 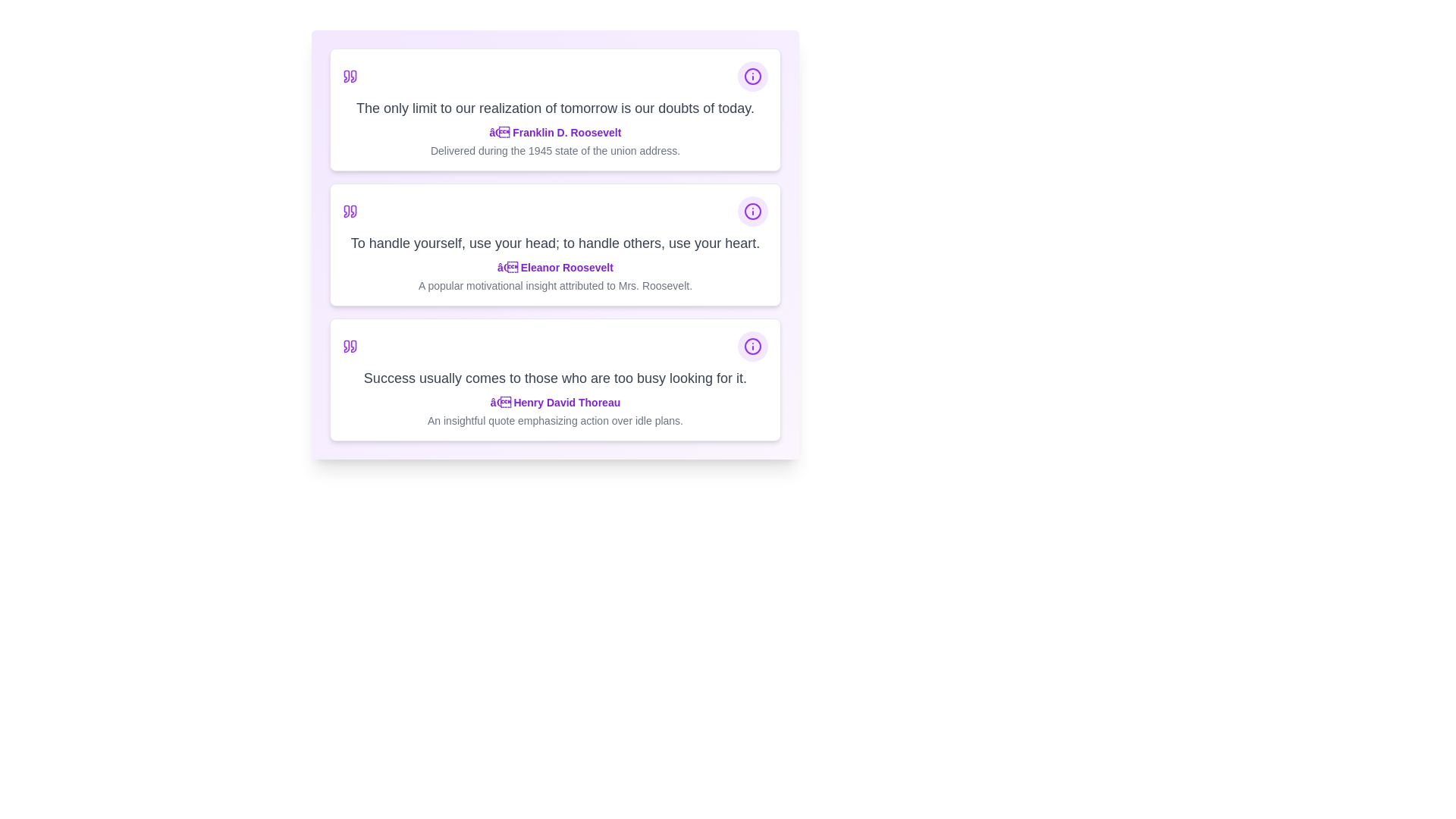 What do you see at coordinates (554, 141) in the screenshot?
I see `the text element that displays a purple bold small text saying "â€” Franklin D. Roosevelt." and a gray smaller text stating "Delivered during the 1945 state of the union address." This element is positioned below a quote in the first card of a vertically stacked layout` at bounding box center [554, 141].